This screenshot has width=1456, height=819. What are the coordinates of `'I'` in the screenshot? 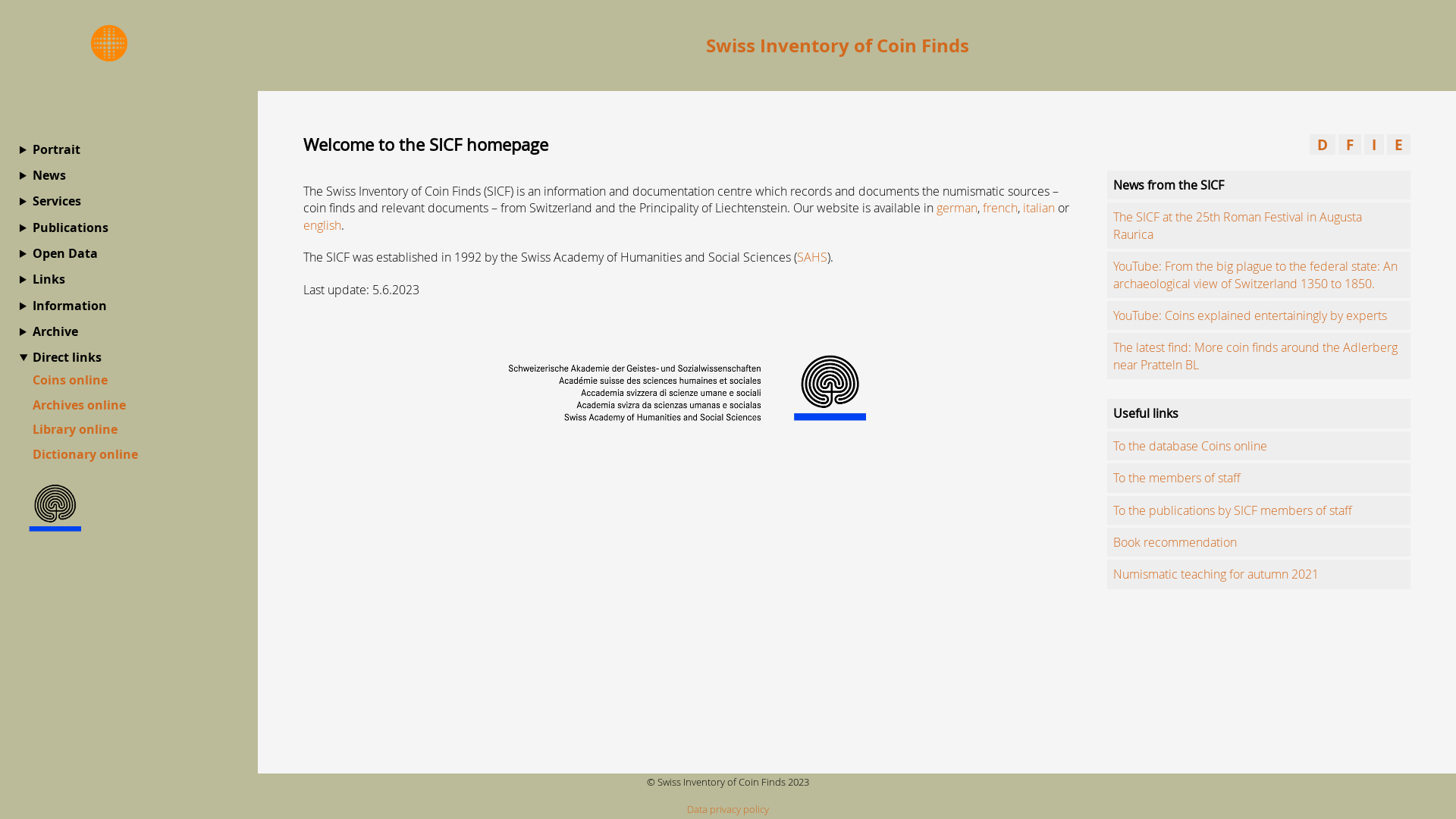 It's located at (1374, 144).